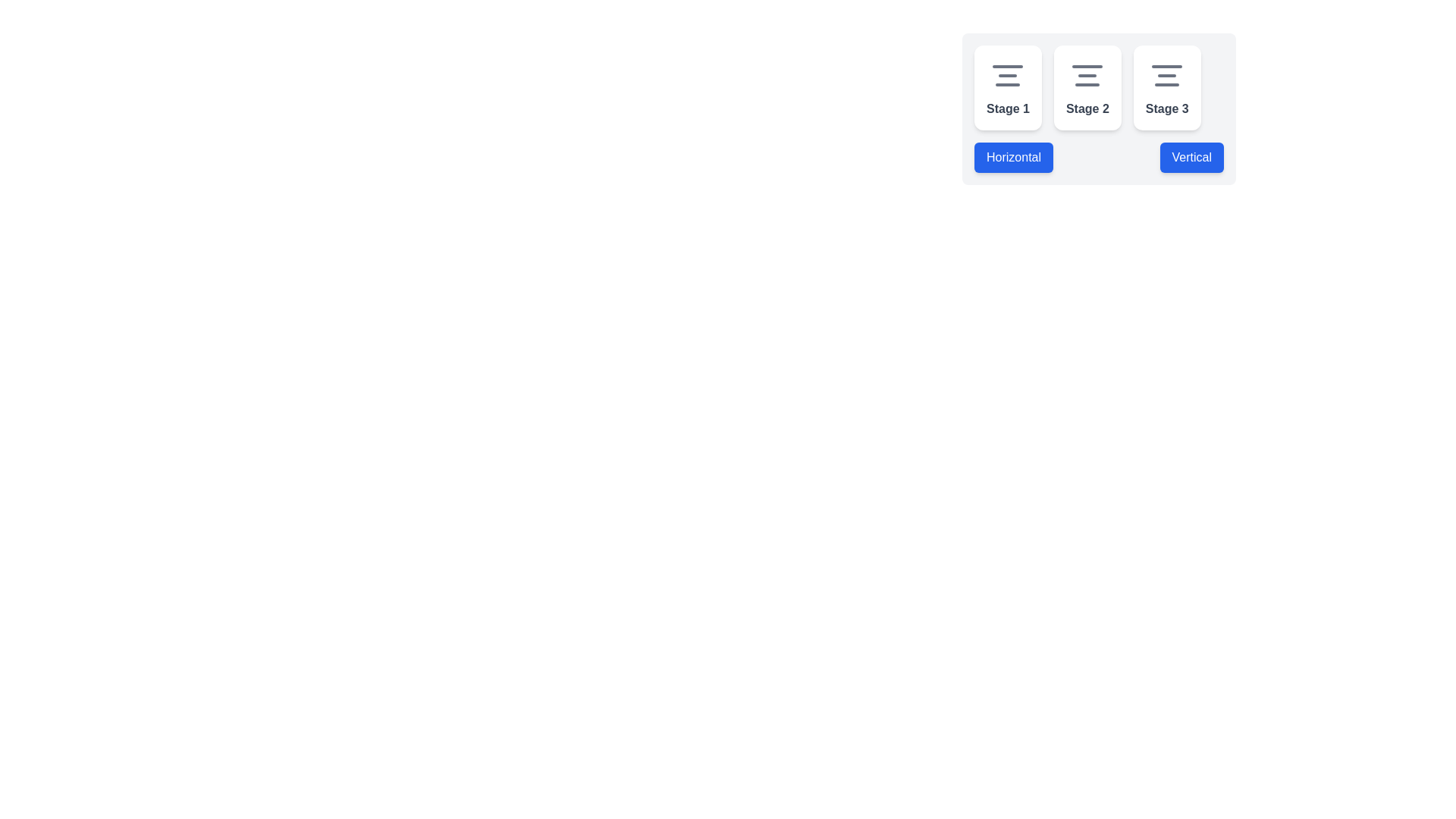 The image size is (1456, 819). What do you see at coordinates (1087, 76) in the screenshot?
I see `the 'Align Center' SVG graphic icon located centrally within the 'Stage 2' card, directly under the label text 'Stage 2'` at bounding box center [1087, 76].